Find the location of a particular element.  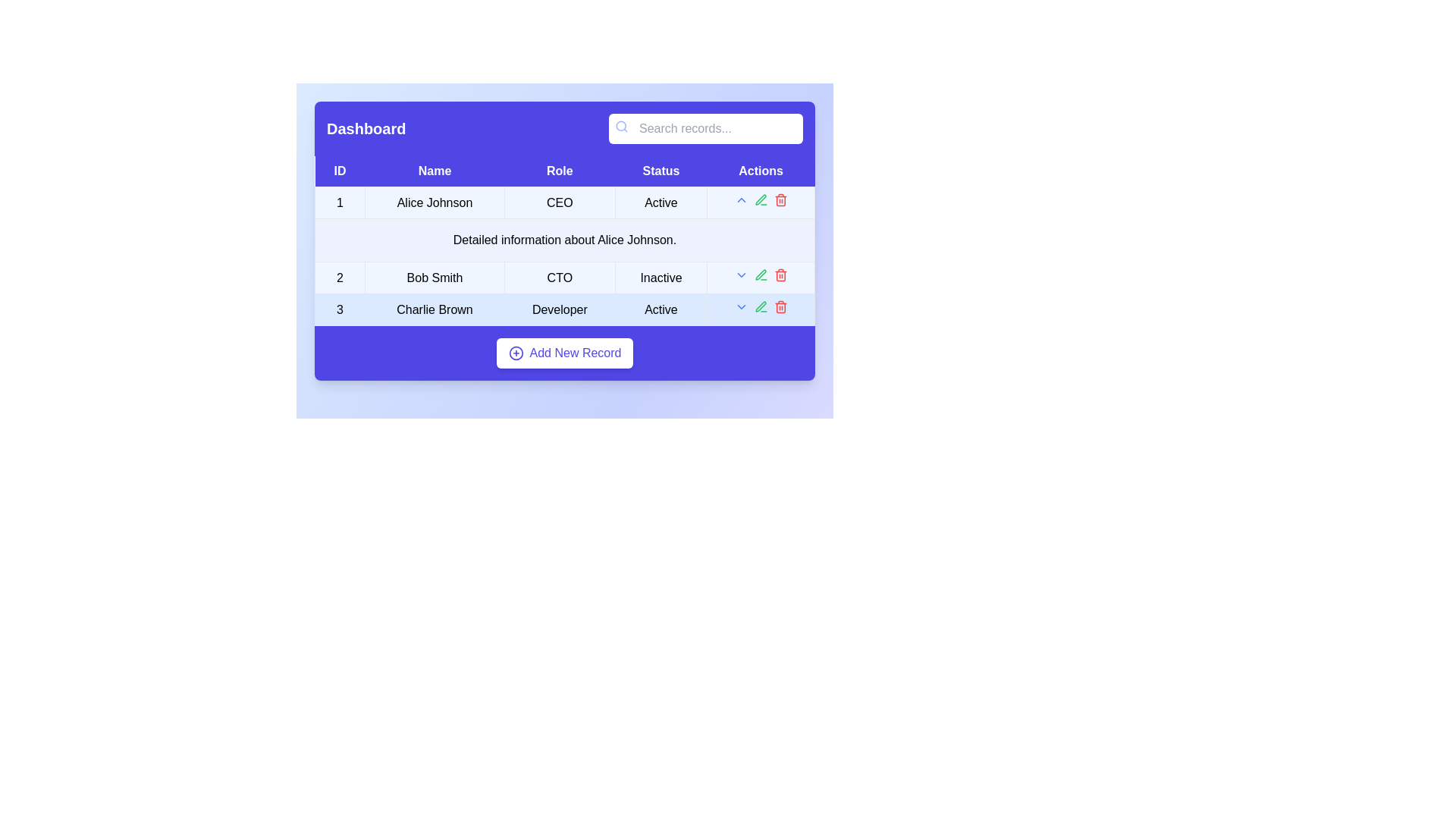

the table cell containing the text '3' in the first column under the 'ID' header, which is part of the third row for 'Charlie Brown' is located at coordinates (339, 309).